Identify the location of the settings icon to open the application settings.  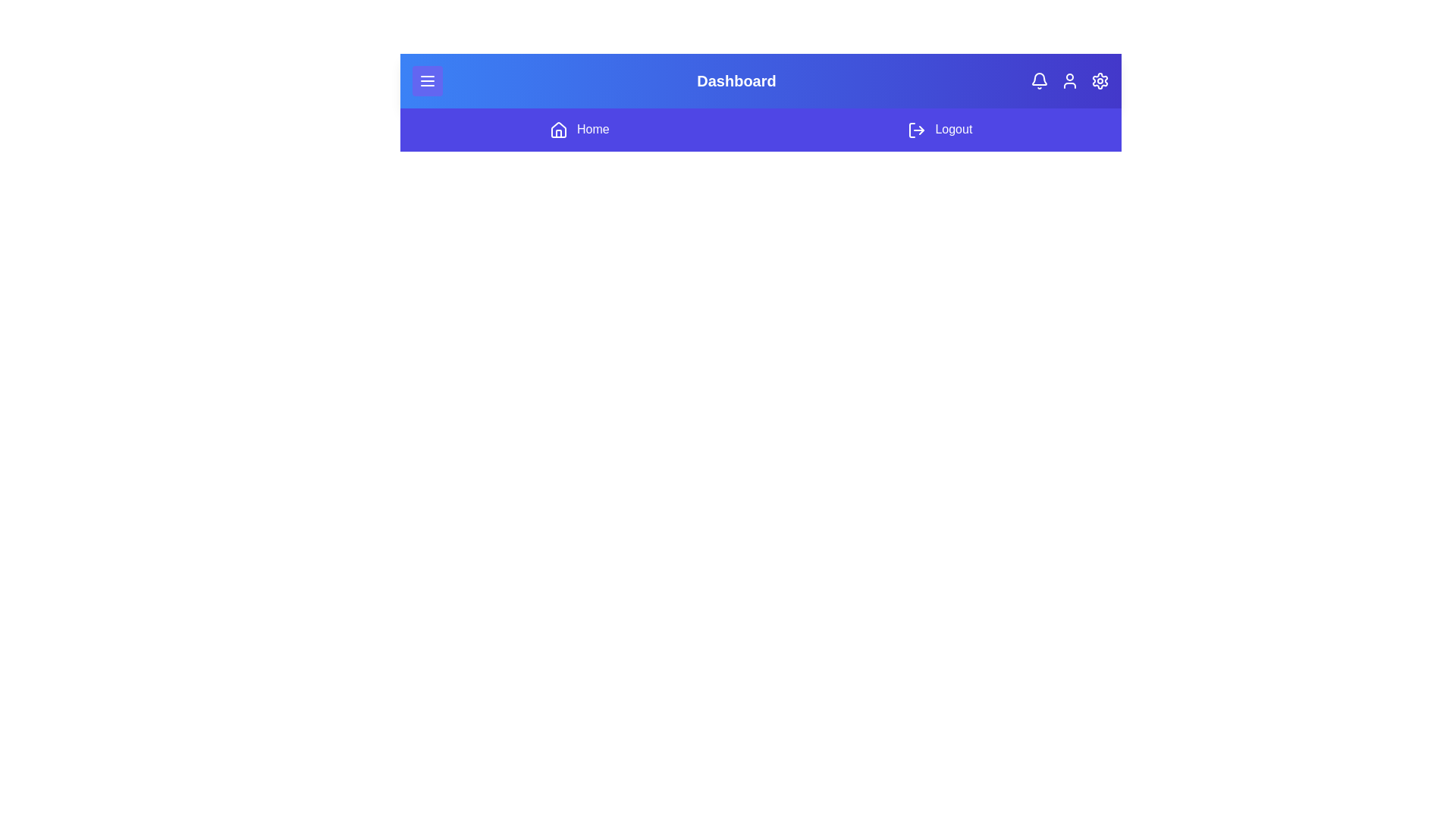
(1100, 81).